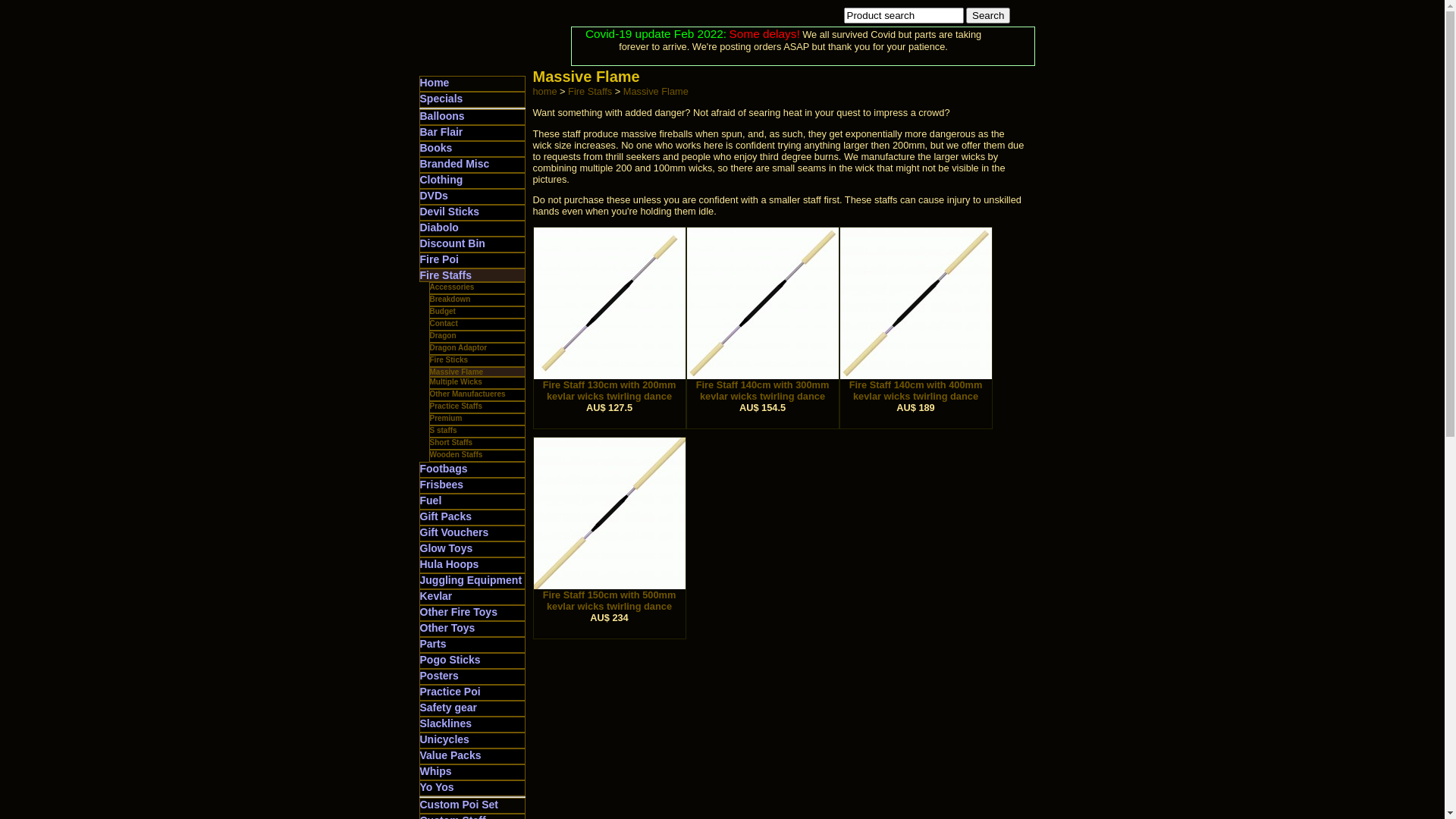  What do you see at coordinates (419, 708) in the screenshot?
I see `'Safety gear'` at bounding box center [419, 708].